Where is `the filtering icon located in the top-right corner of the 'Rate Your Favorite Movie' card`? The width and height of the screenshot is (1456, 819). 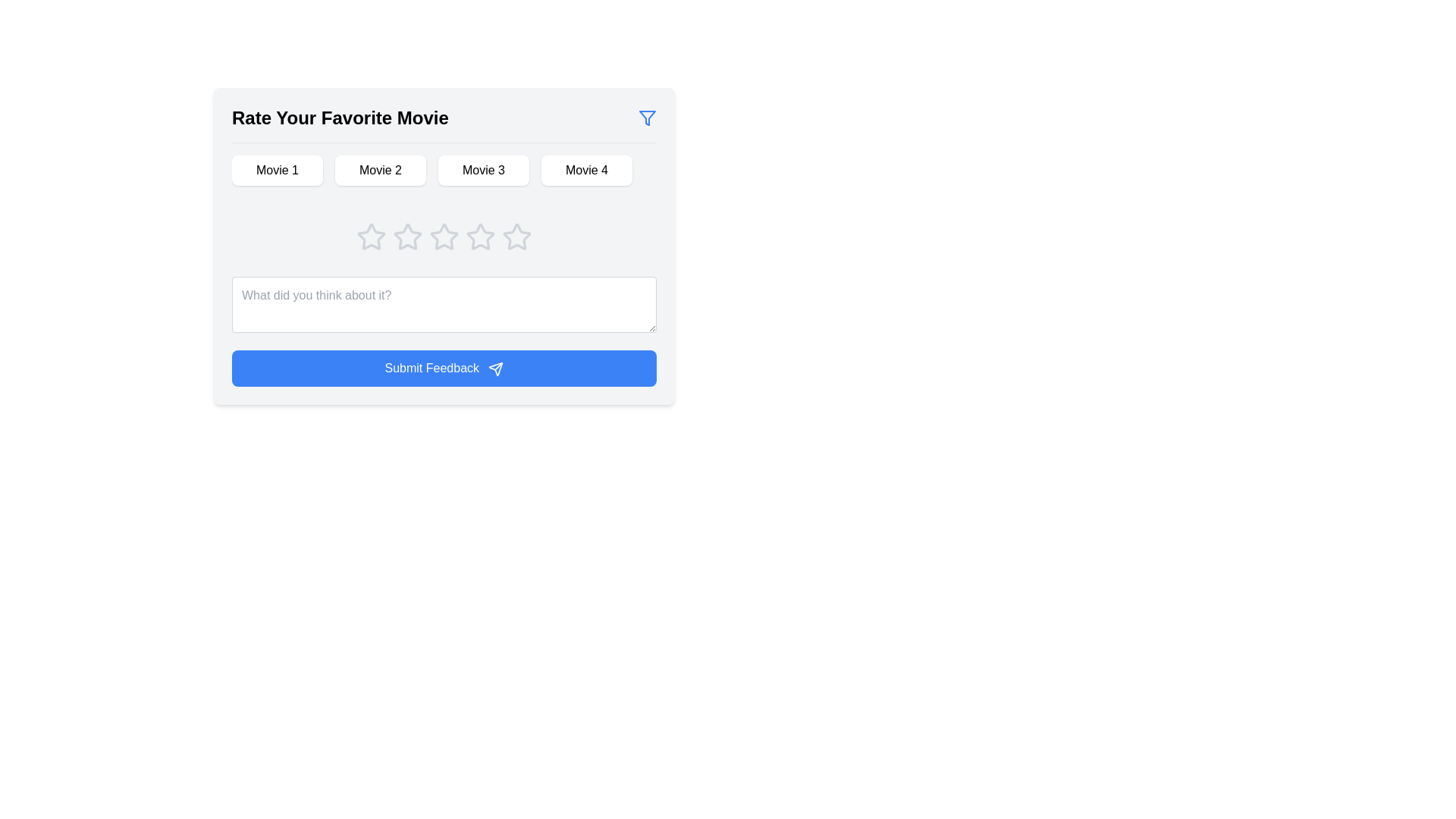
the filtering icon located in the top-right corner of the 'Rate Your Favorite Movie' card is located at coordinates (648, 117).